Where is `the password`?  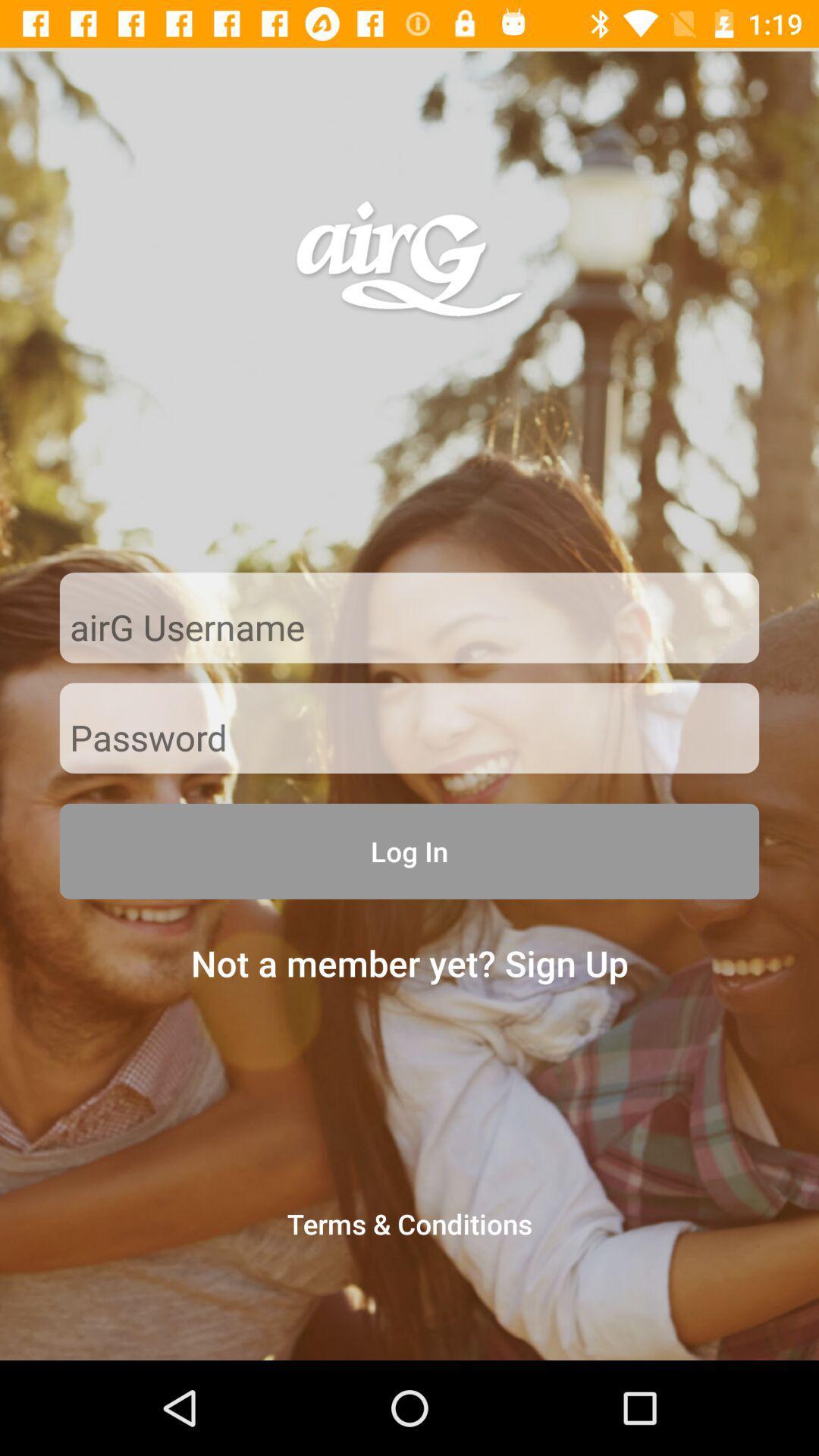 the password is located at coordinates (409, 739).